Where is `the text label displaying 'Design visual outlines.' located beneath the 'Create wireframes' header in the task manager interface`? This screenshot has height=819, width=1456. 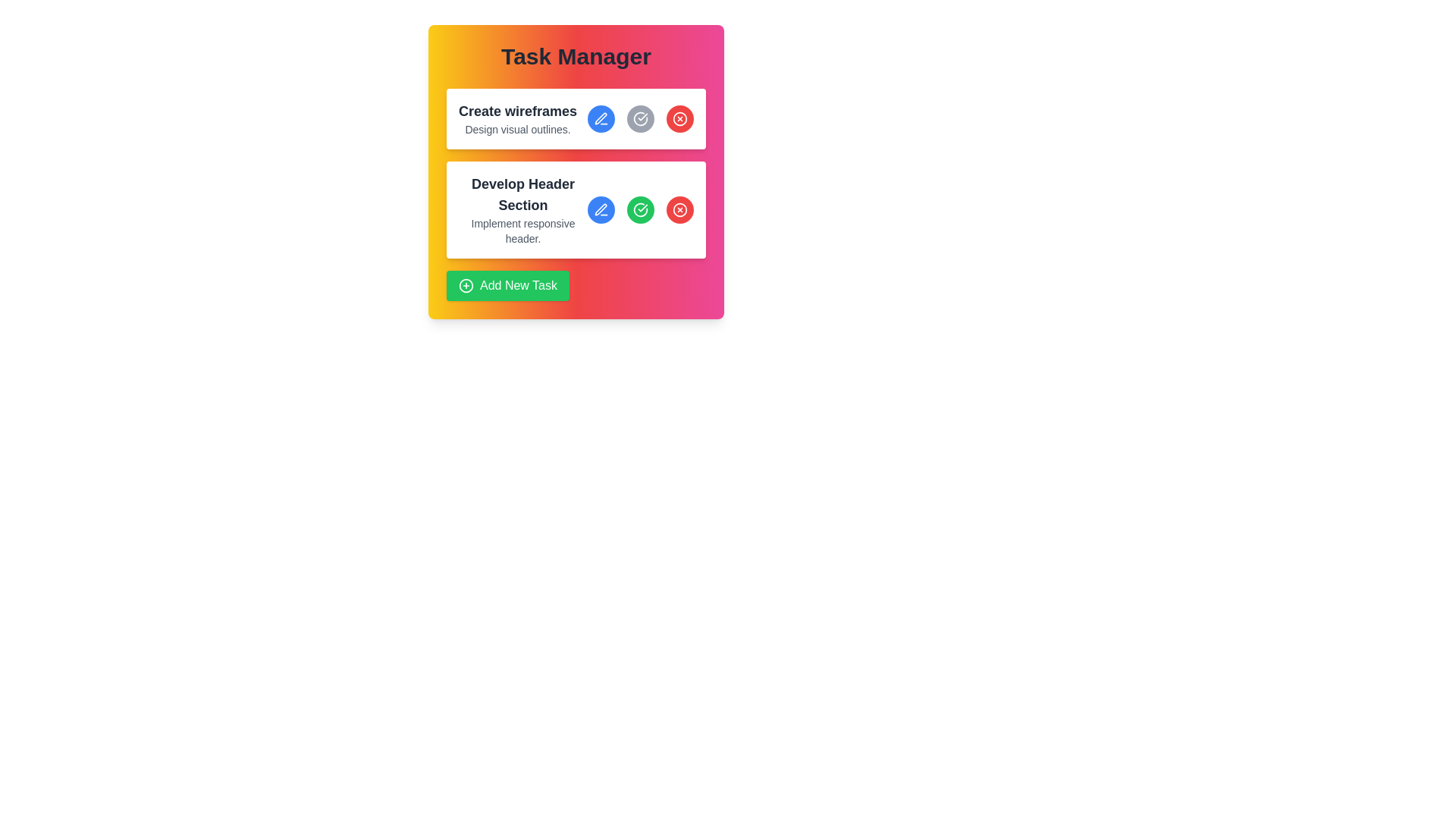
the text label displaying 'Design visual outlines.' located beneath the 'Create wireframes' header in the task manager interface is located at coordinates (518, 128).